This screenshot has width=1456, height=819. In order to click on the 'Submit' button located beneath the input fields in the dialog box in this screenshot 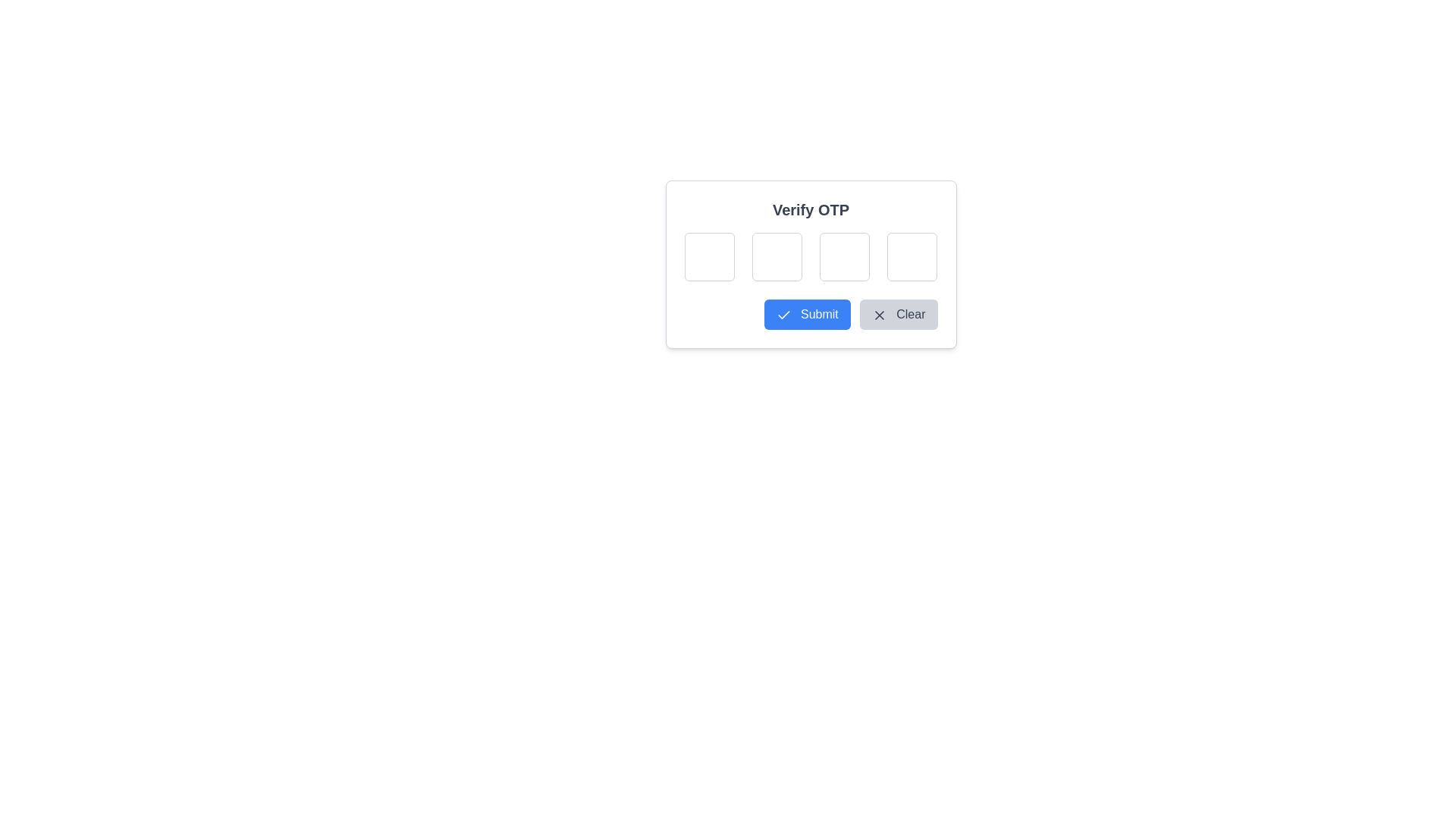, I will do `click(806, 314)`.